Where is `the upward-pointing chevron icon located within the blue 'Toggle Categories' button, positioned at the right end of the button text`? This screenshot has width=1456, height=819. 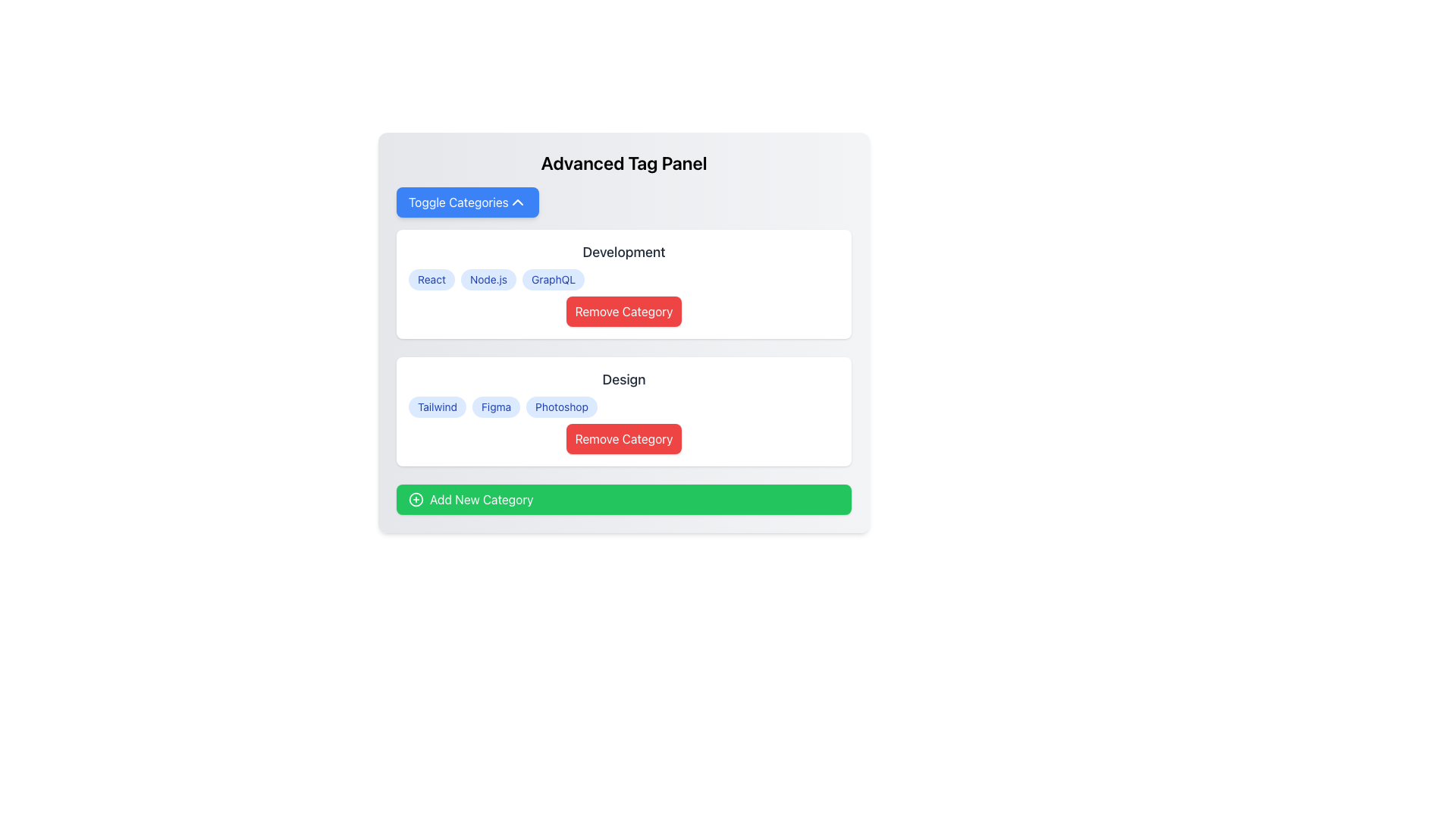 the upward-pointing chevron icon located within the blue 'Toggle Categories' button, positioned at the right end of the button text is located at coordinates (517, 201).